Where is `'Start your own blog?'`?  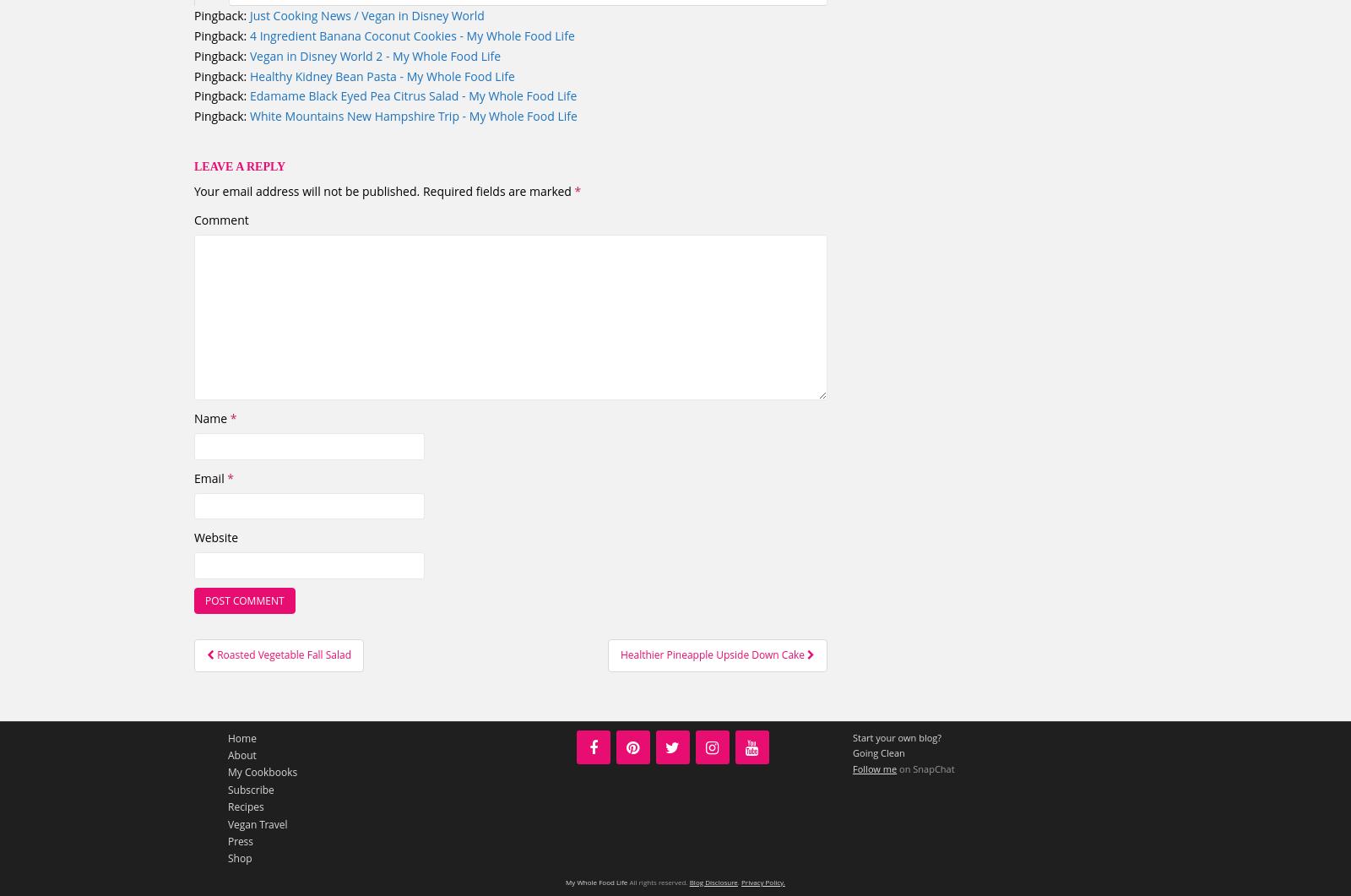
'Start your own blog?' is located at coordinates (897, 736).